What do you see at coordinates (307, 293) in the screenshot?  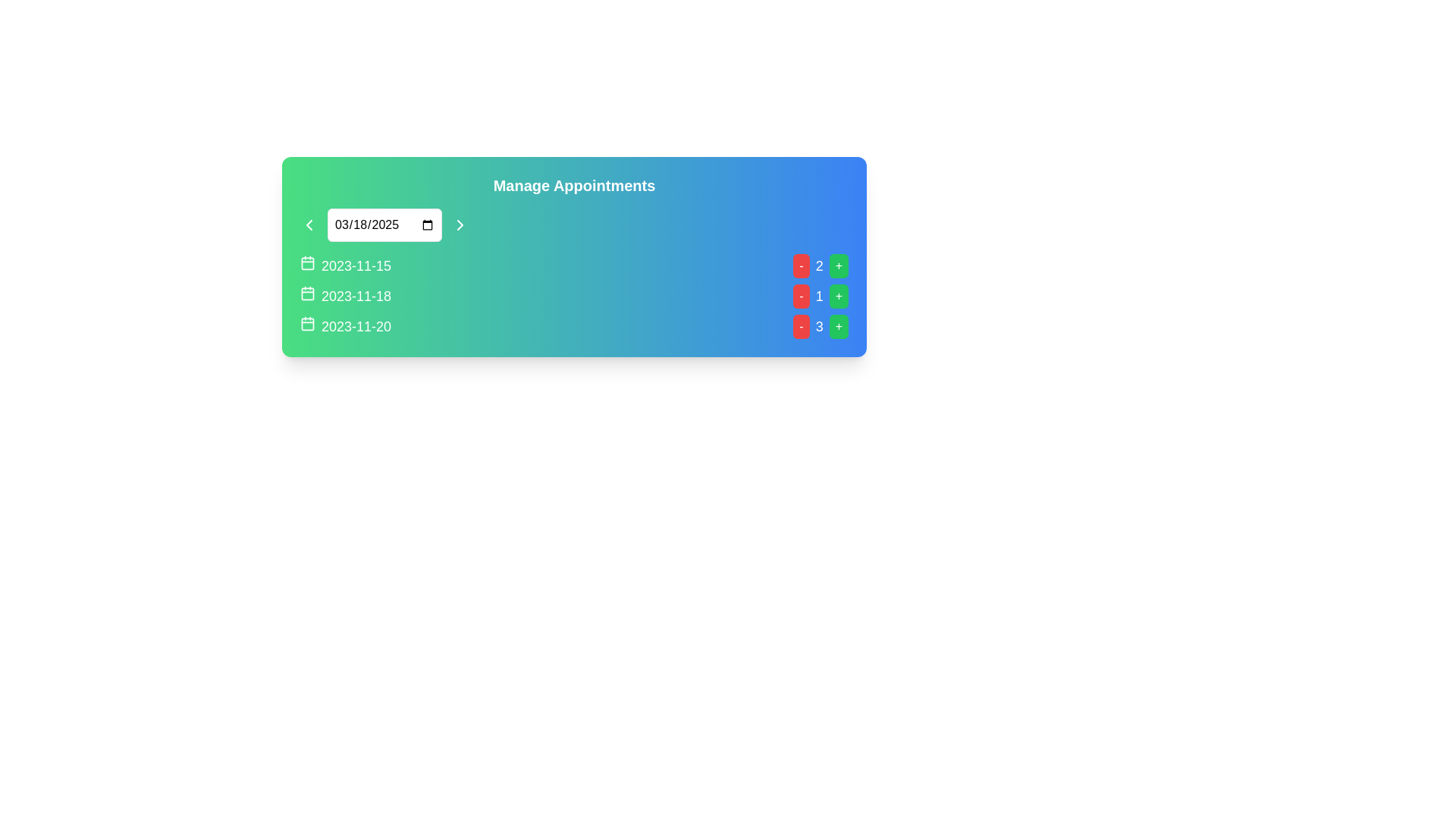 I see `the calendar icon associated with the date '2023-11-18' in the Manage Appointments list` at bounding box center [307, 293].